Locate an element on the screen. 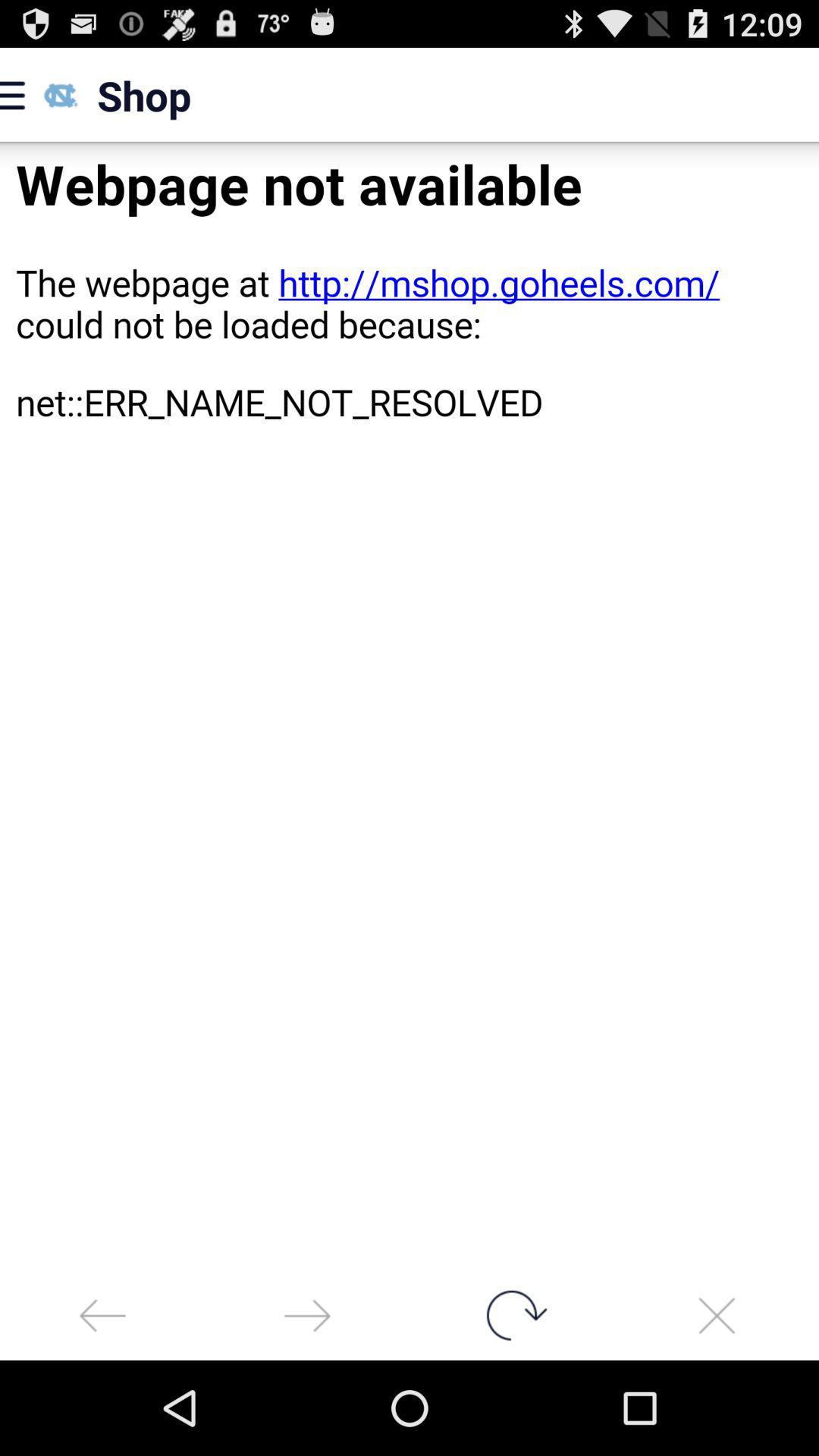 The width and height of the screenshot is (819, 1456). go back is located at coordinates (102, 1314).